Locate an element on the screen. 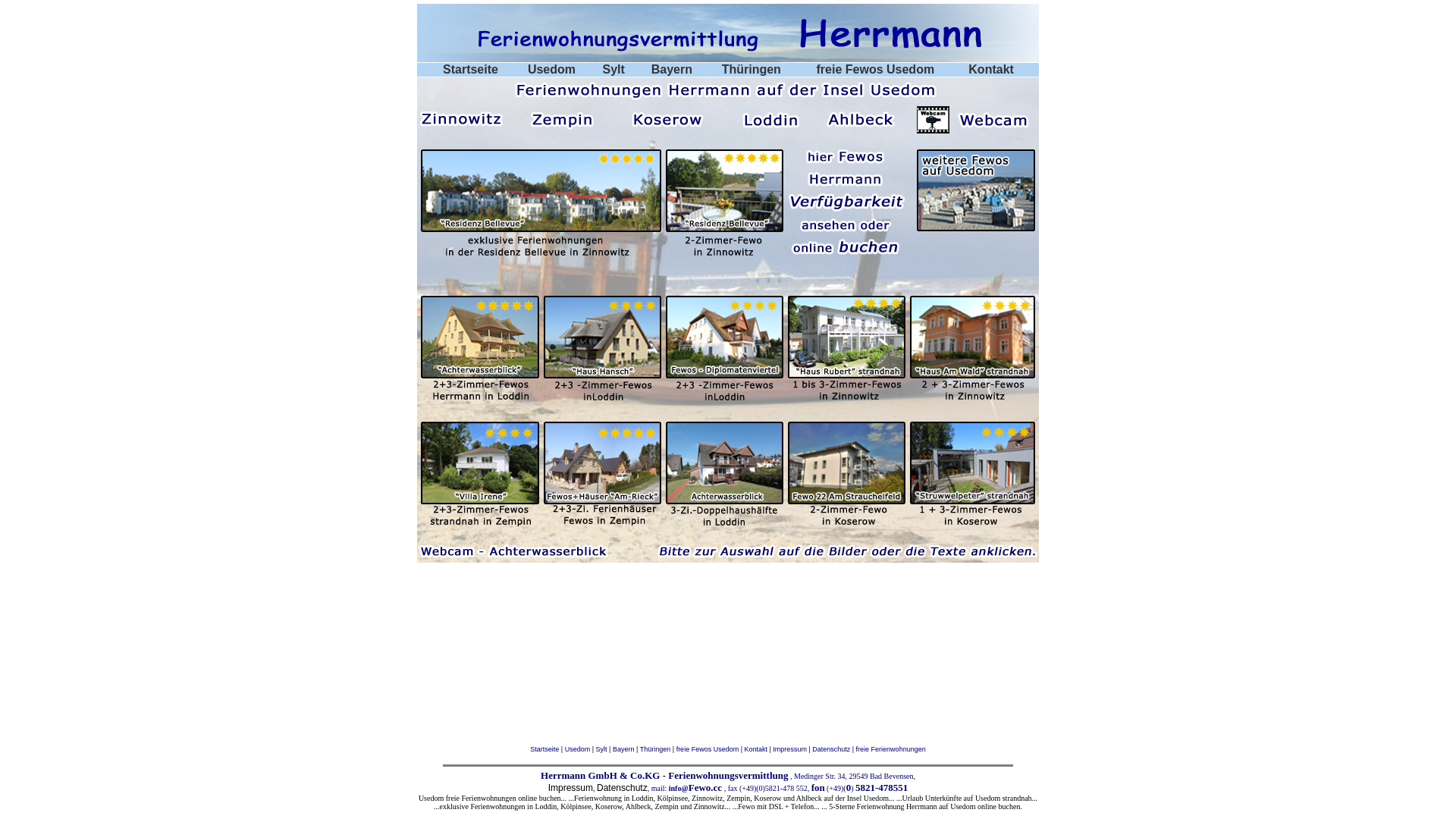 The width and height of the screenshot is (1456, 819). ' | Datenschutz' is located at coordinates (827, 748).